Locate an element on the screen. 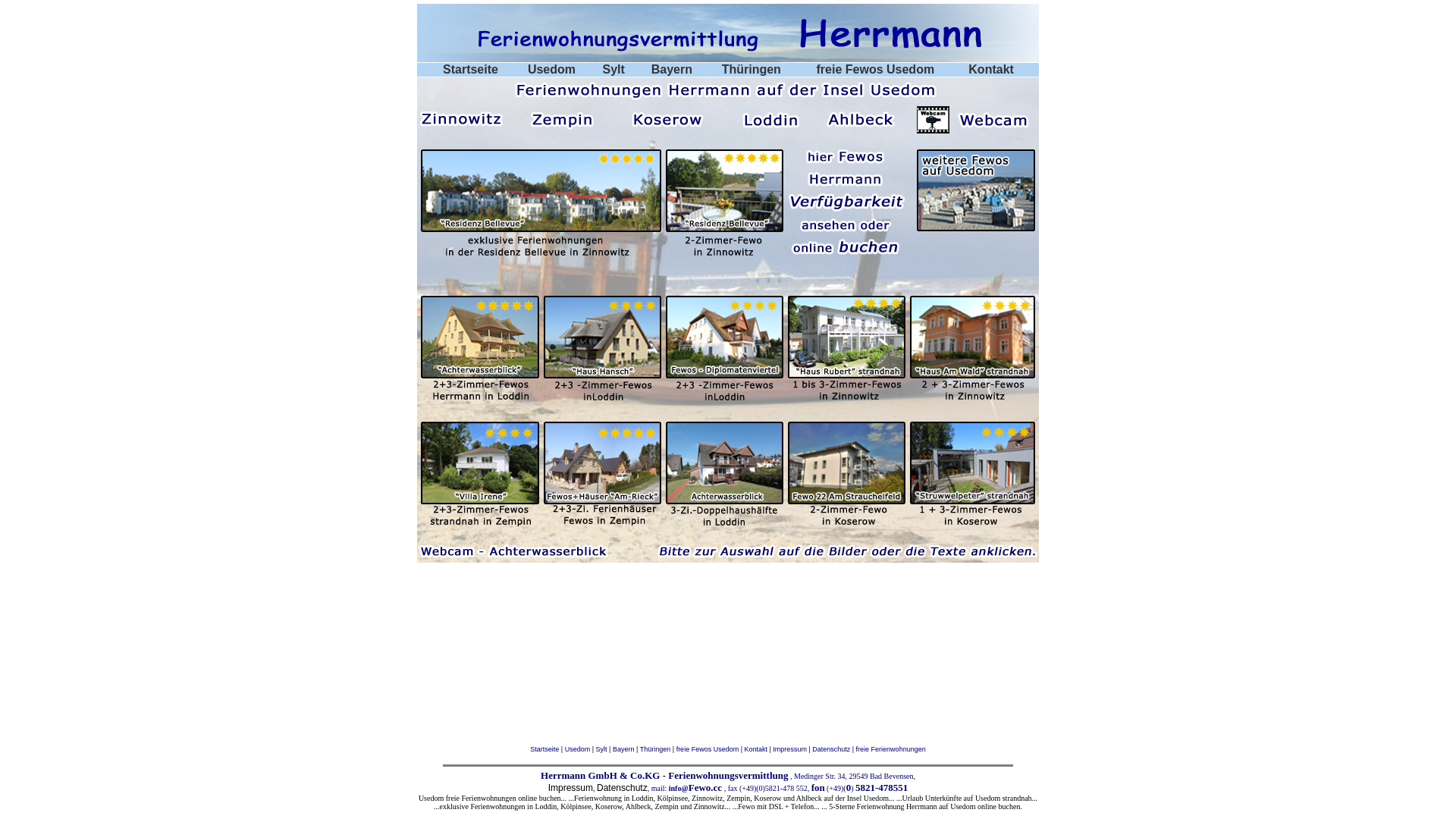 The width and height of the screenshot is (1456, 819). ' | Datenschutz' is located at coordinates (827, 748).